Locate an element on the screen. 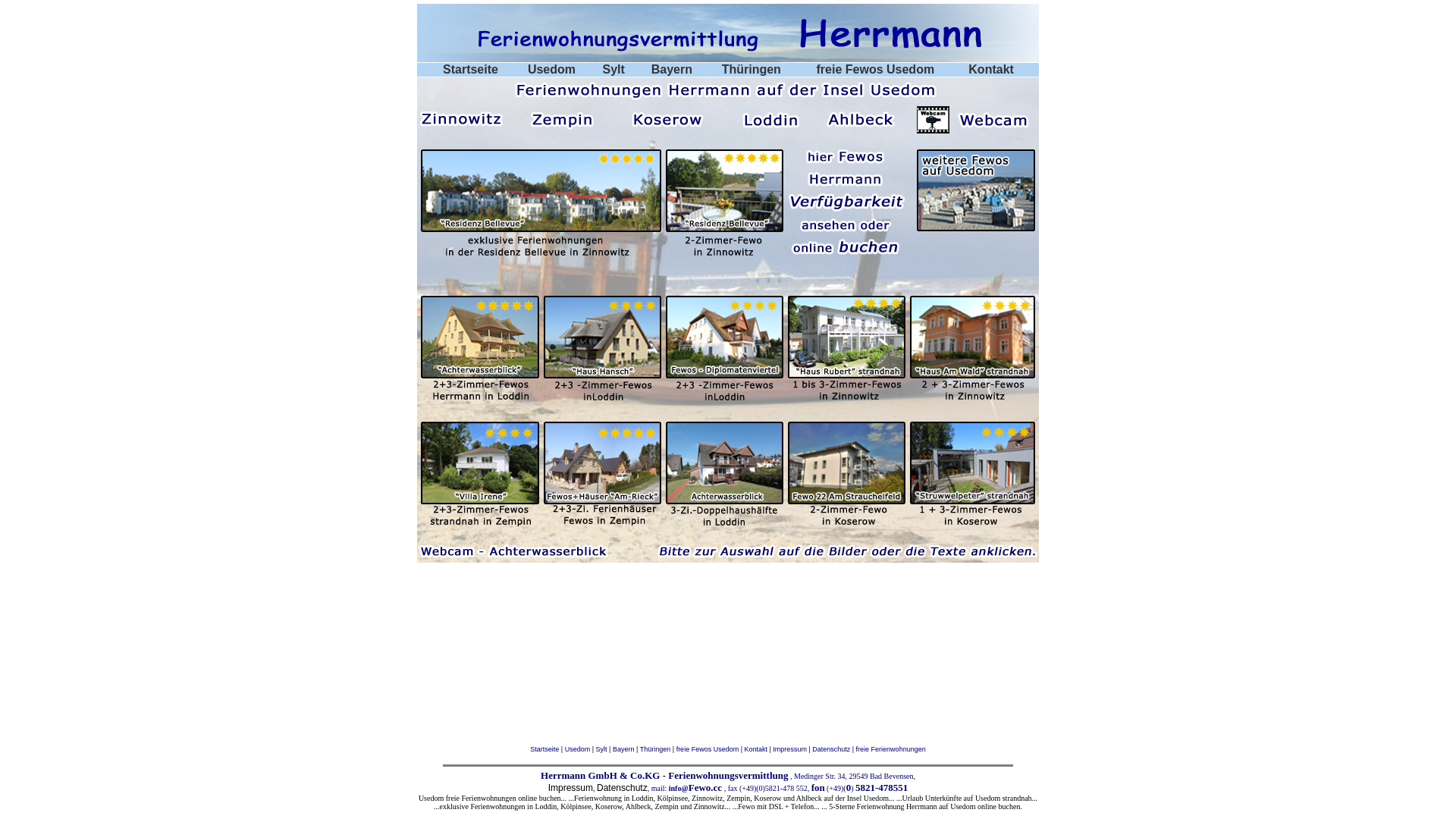 The width and height of the screenshot is (1456, 819). ' | Datenschutz' is located at coordinates (827, 748).